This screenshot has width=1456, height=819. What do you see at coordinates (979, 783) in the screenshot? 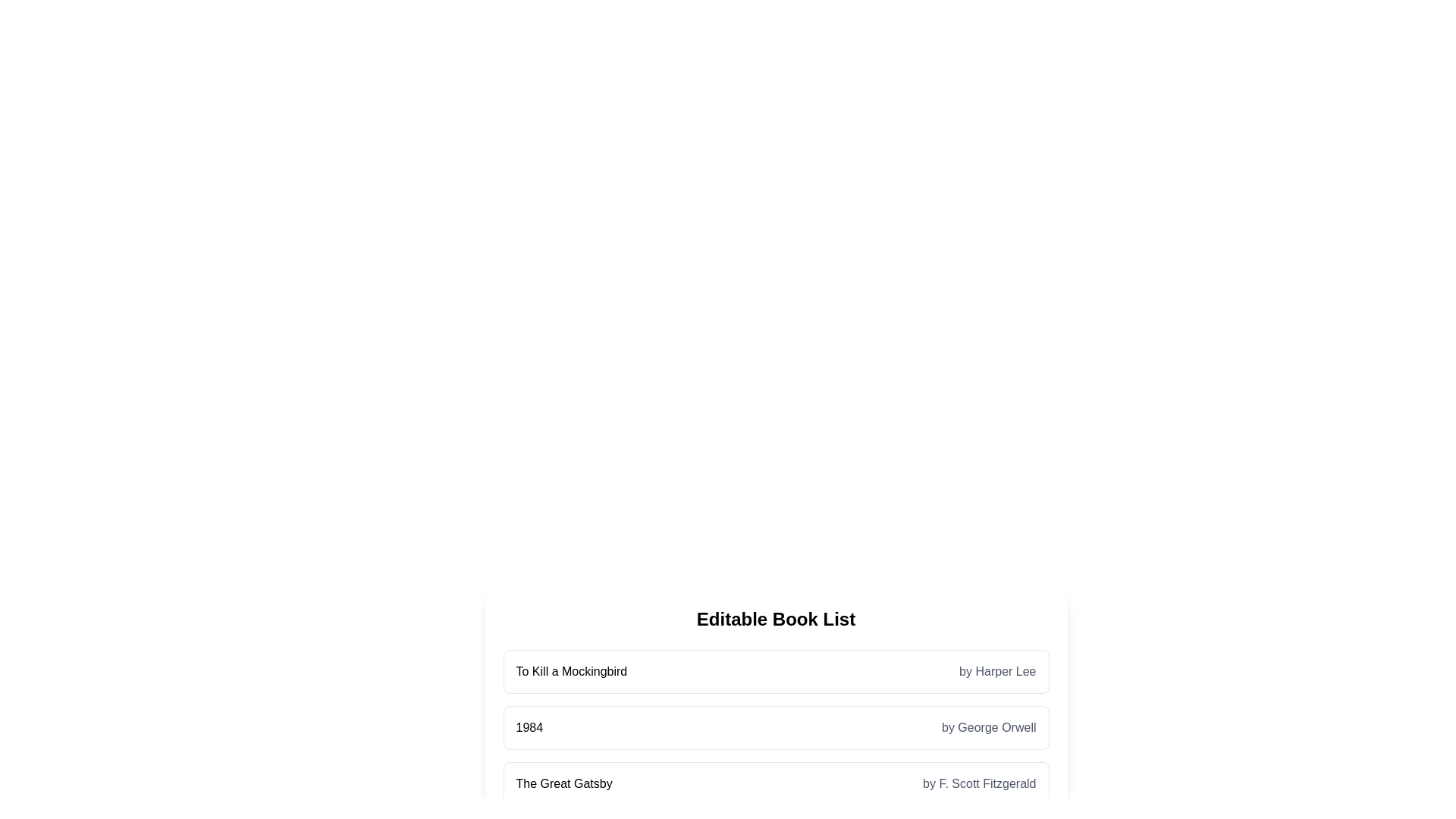
I see `the text label displaying the author's name for the book 'The Great Gatsby', which is part of the third entry in a vertically stacked list of book entries` at bounding box center [979, 783].